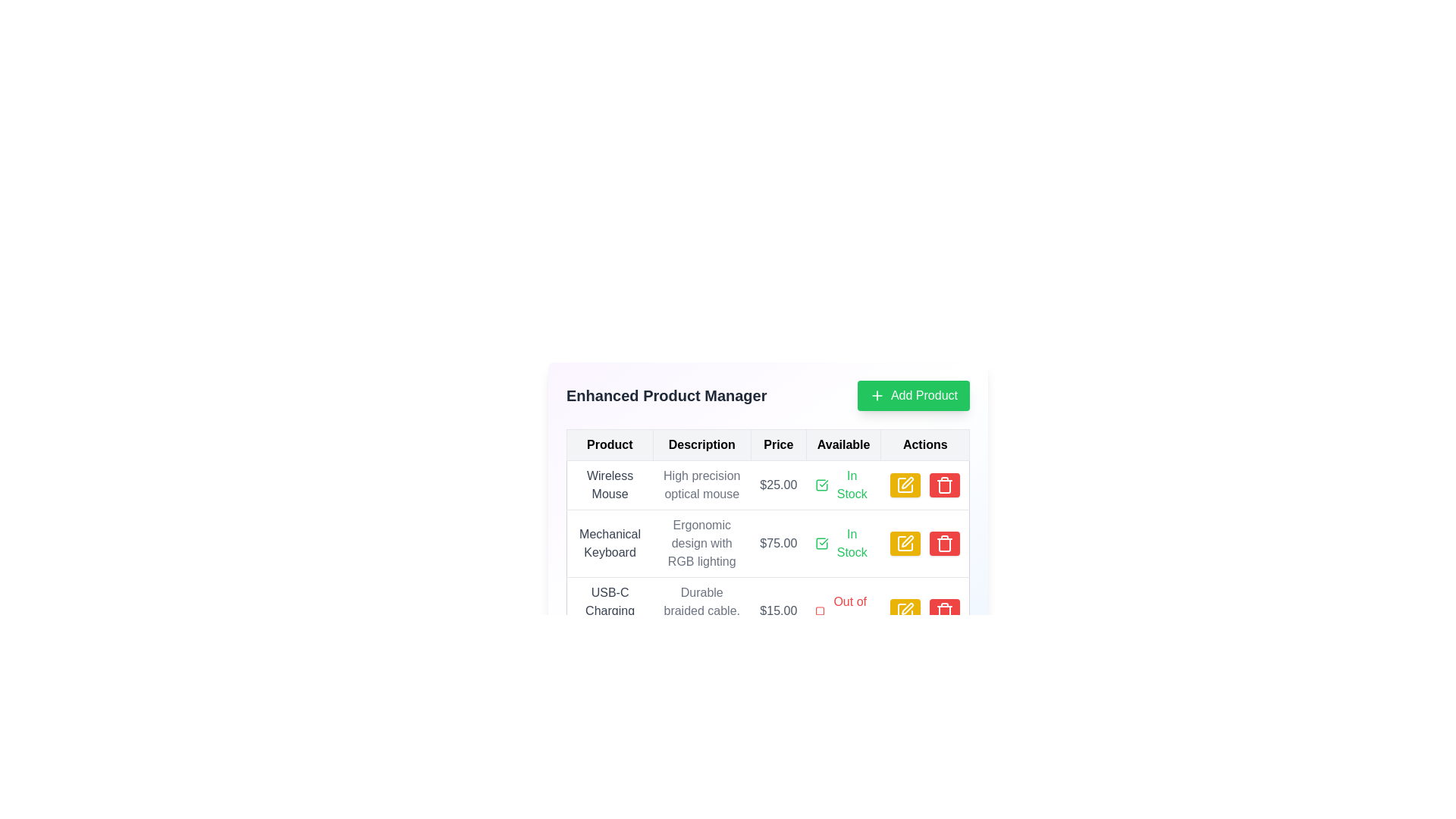 This screenshot has width=1456, height=819. I want to click on the button with a trash can icon on a red background, so click(943, 485).